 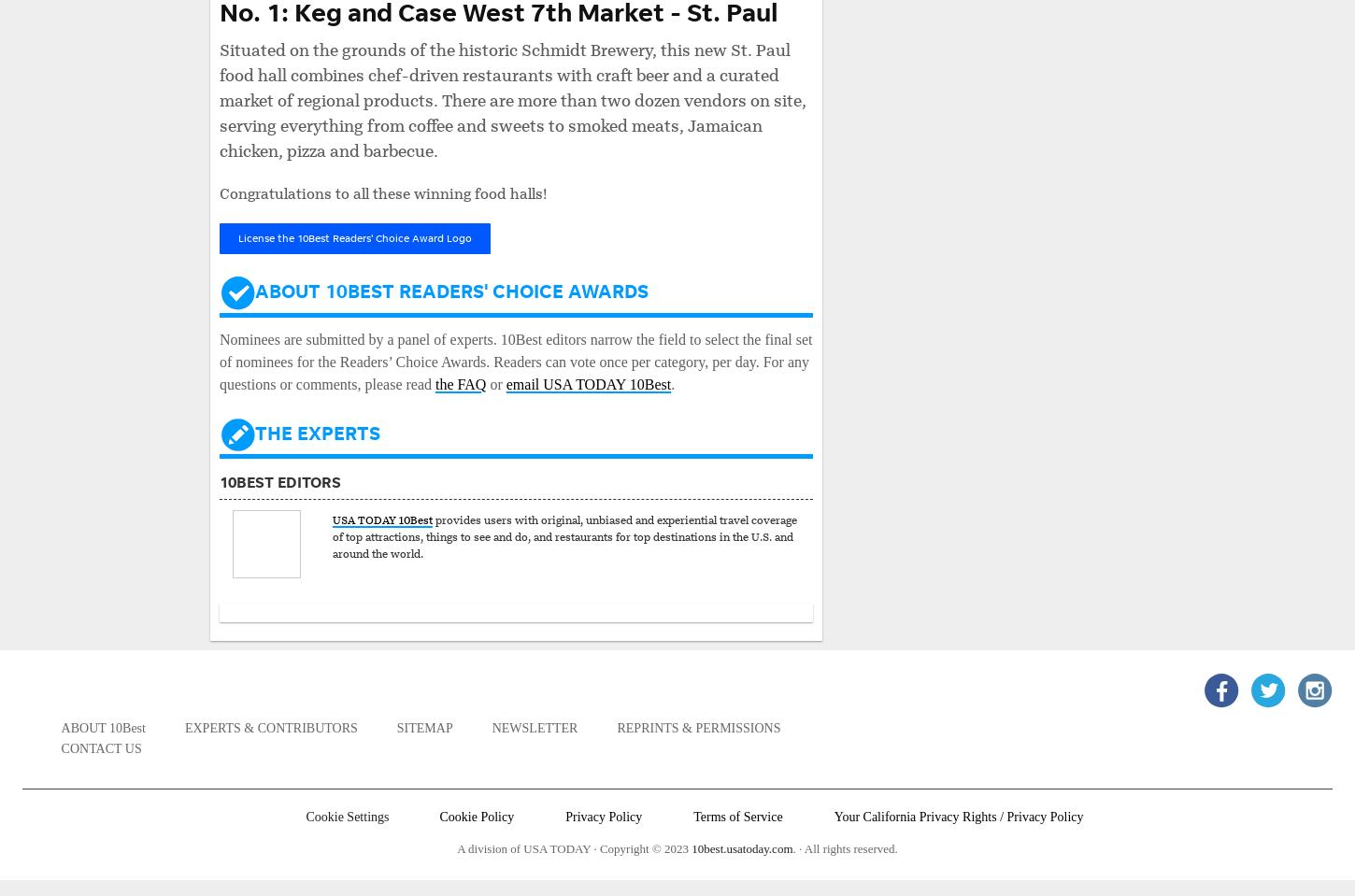 I want to click on 'Contact Us', so click(x=101, y=748).